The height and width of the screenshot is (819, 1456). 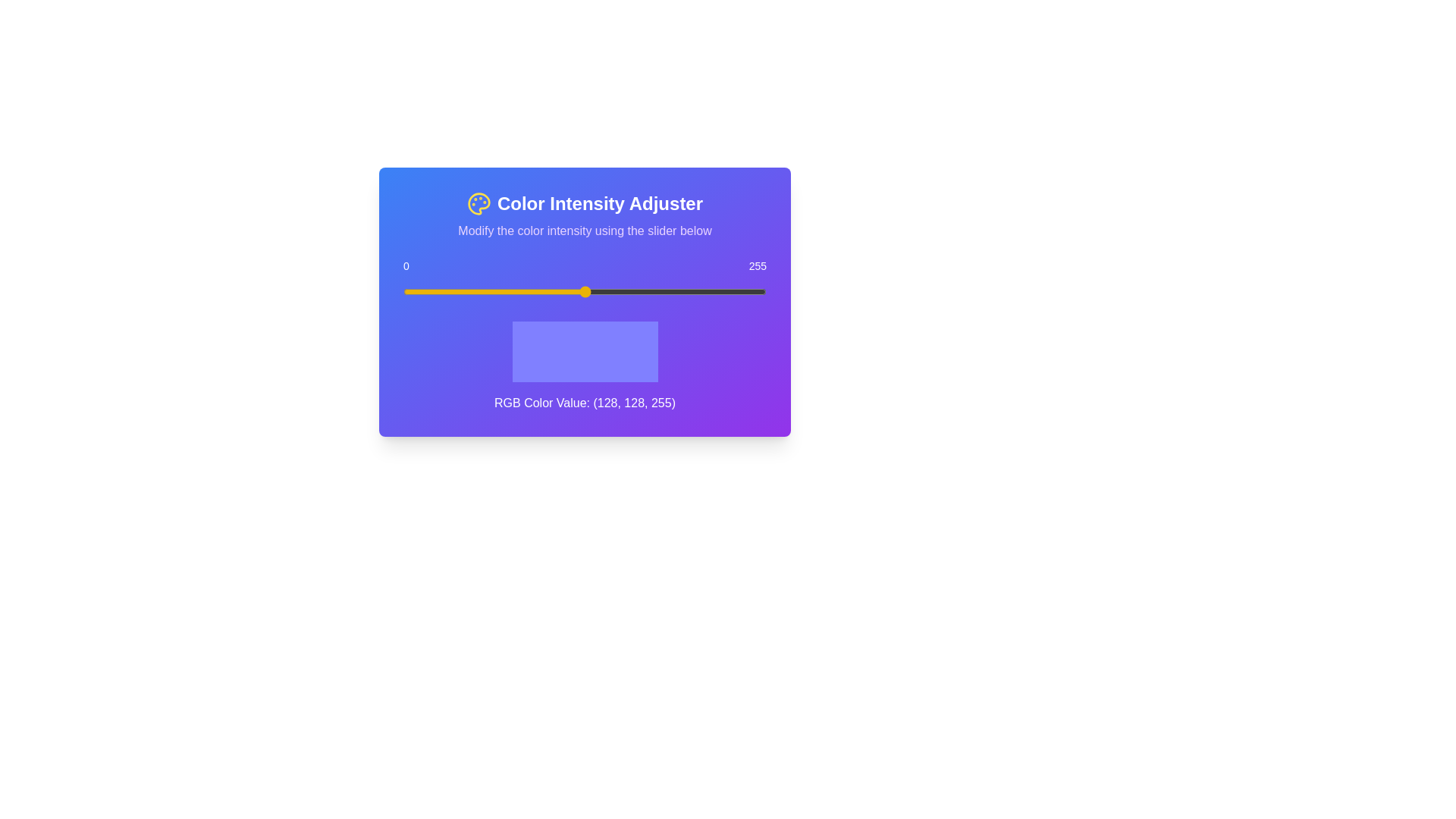 I want to click on the slider to set the color intensity to 129, so click(x=586, y=292).